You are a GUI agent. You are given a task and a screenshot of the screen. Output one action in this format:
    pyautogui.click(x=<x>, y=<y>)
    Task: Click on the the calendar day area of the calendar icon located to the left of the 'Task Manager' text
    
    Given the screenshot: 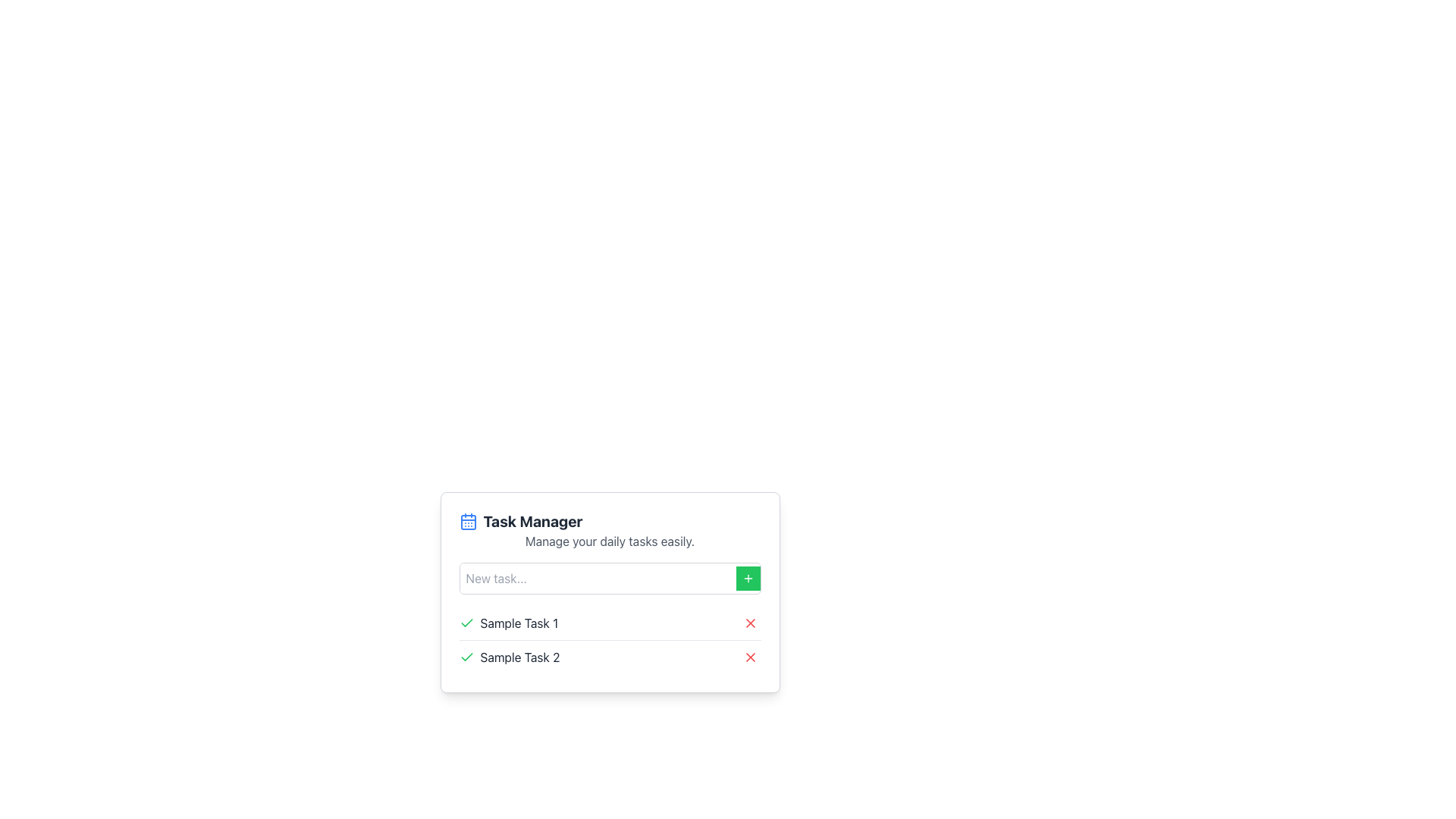 What is the action you would take?
    pyautogui.click(x=467, y=522)
    